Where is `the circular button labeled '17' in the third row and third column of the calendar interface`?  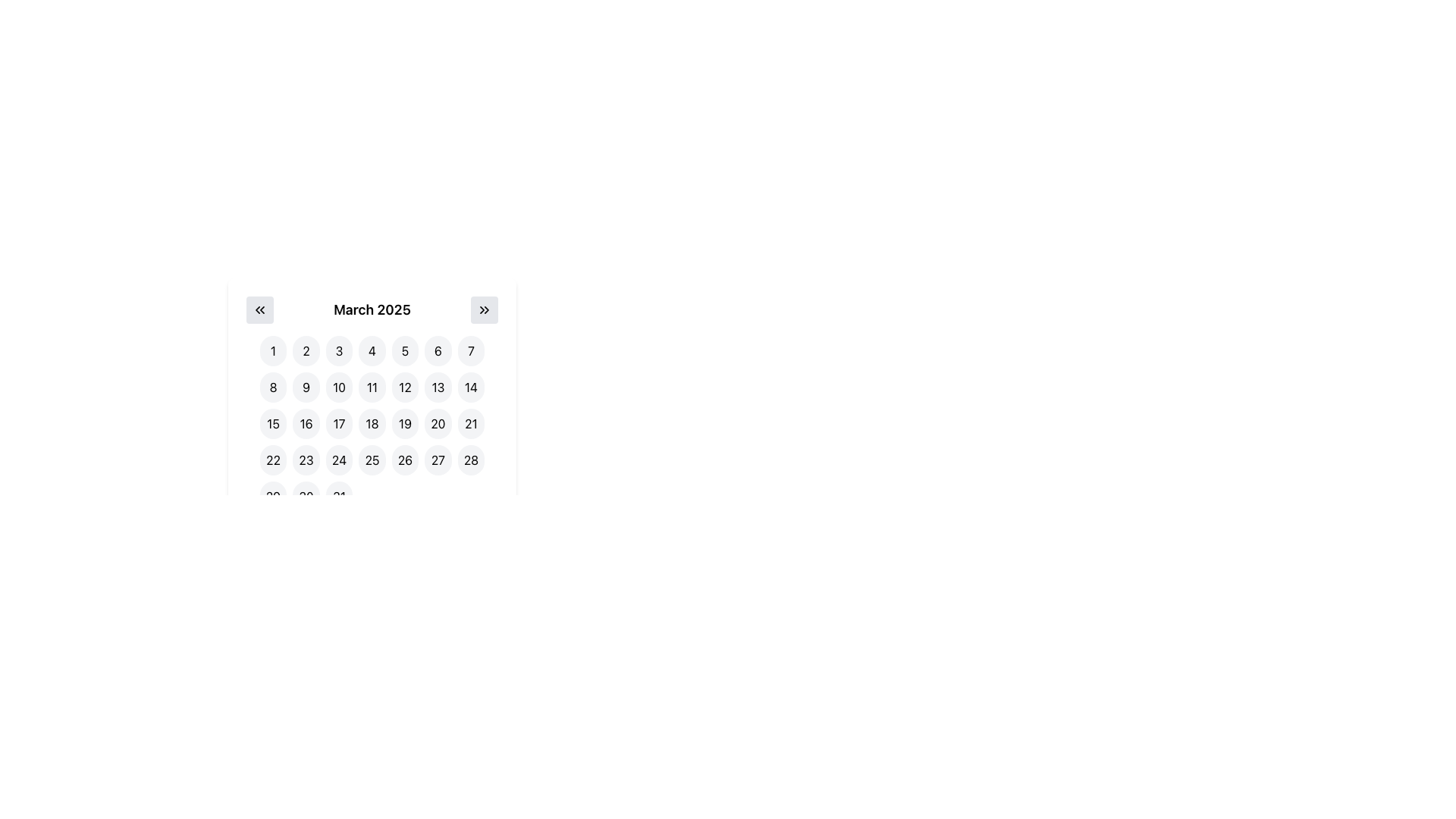 the circular button labeled '17' in the third row and third column of the calendar interface is located at coordinates (338, 424).